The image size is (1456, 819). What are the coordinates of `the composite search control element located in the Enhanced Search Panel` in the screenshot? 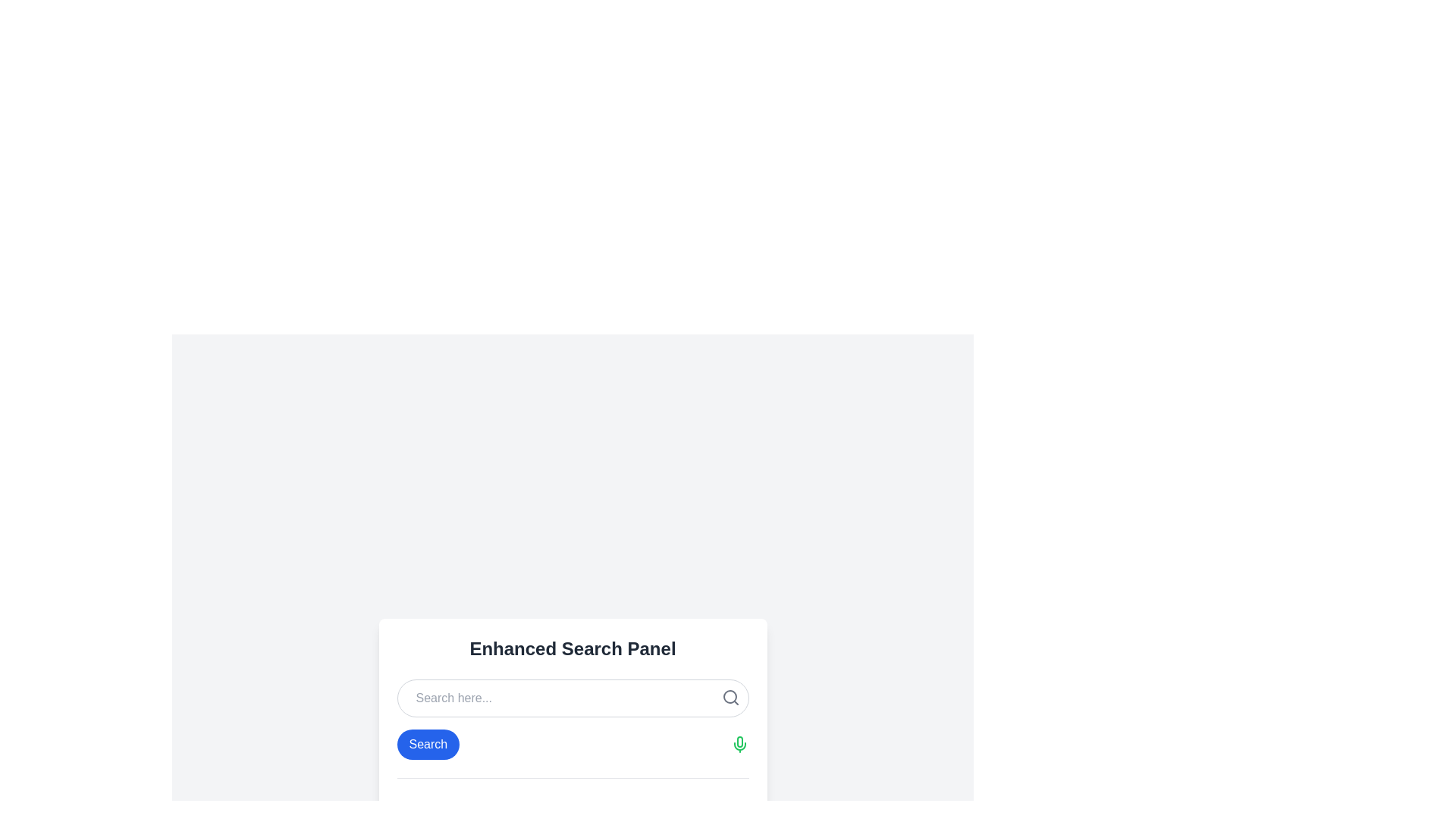 It's located at (572, 743).